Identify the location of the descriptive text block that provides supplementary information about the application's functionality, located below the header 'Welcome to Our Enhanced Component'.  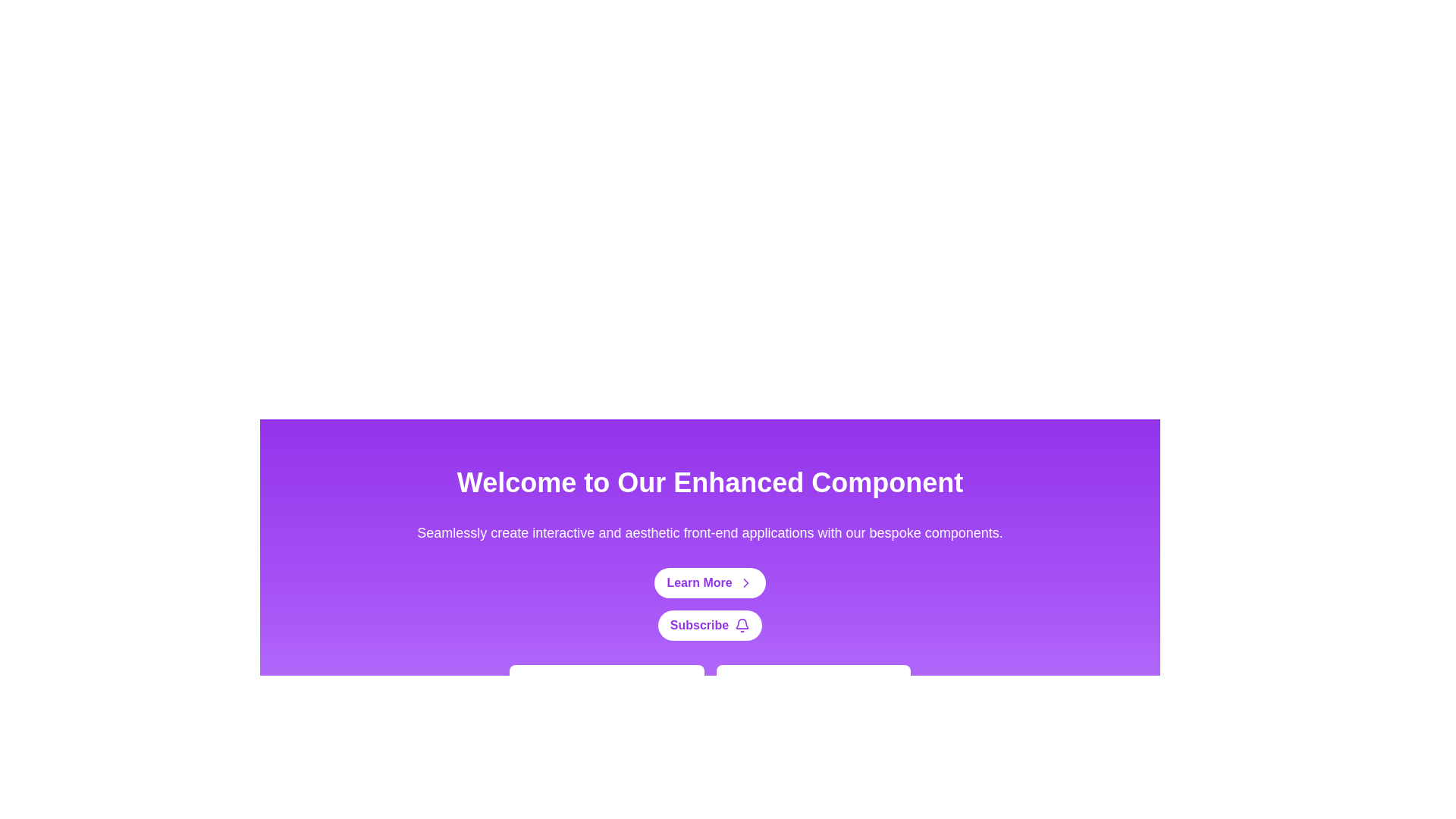
(709, 532).